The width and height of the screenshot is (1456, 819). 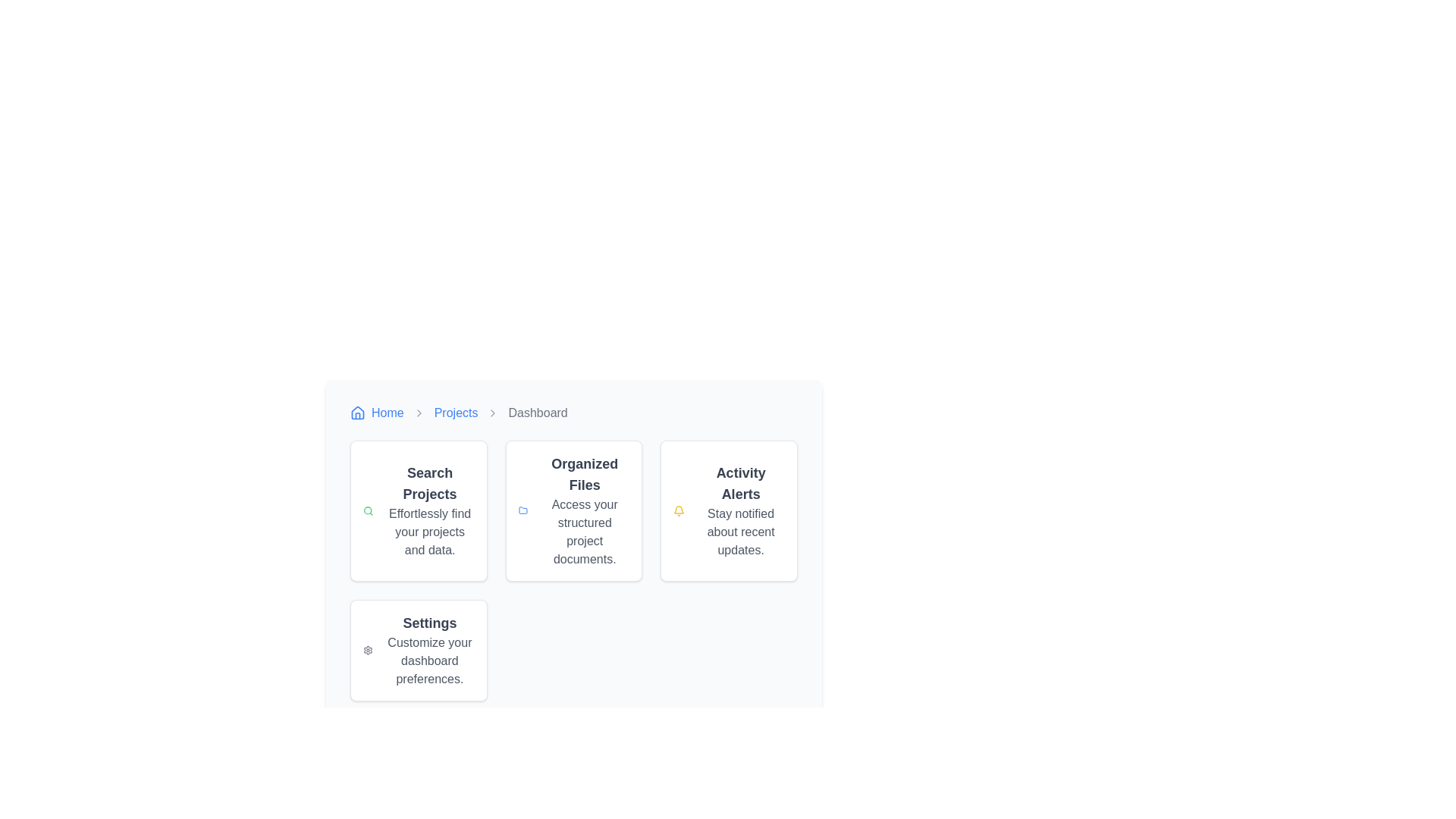 What do you see at coordinates (455, 413) in the screenshot?
I see `the 'Projects' hyperlink located in the breadcrumb navigation` at bounding box center [455, 413].